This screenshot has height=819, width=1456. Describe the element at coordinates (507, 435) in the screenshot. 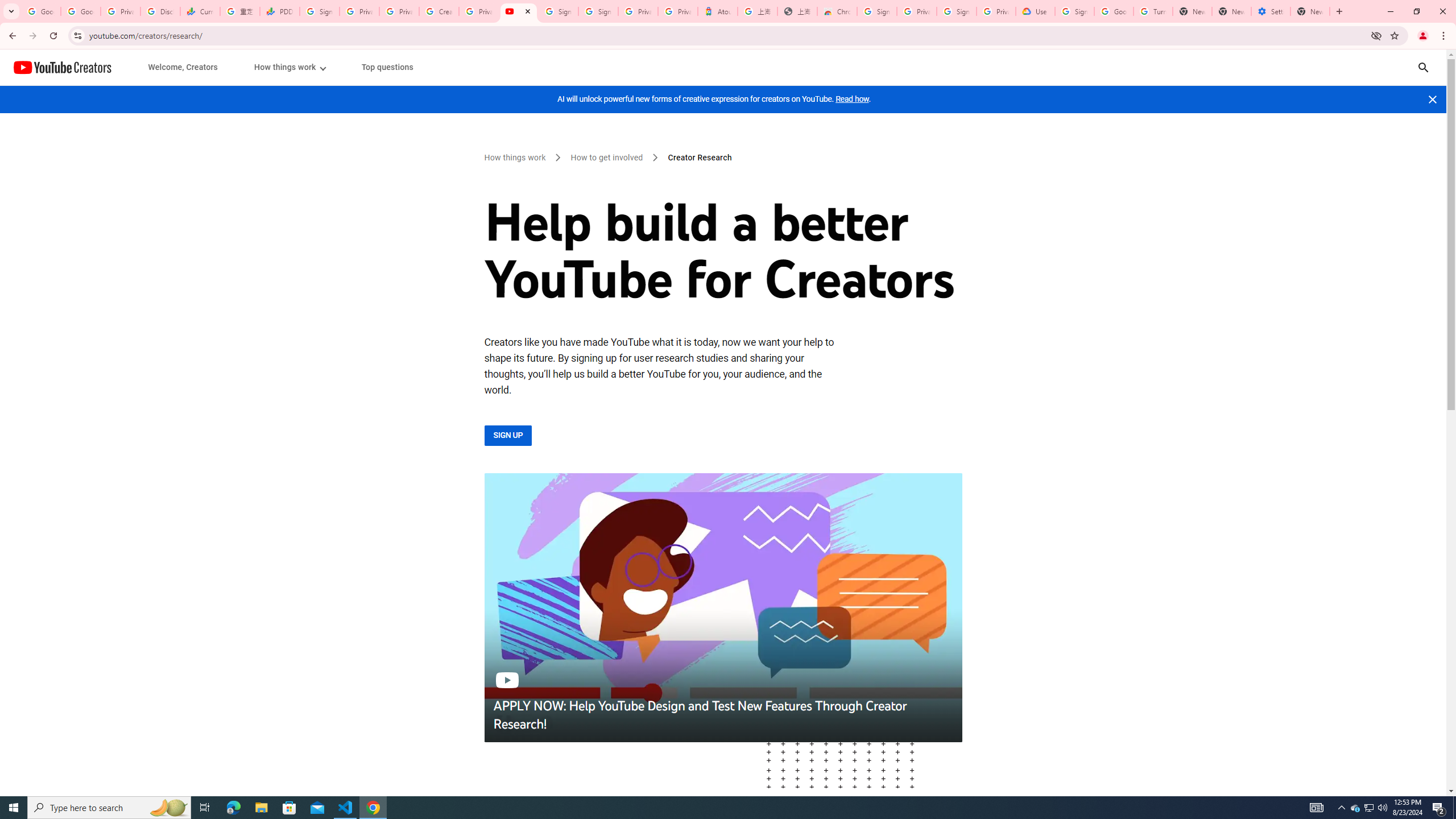

I see `'SIGN UP'` at that location.